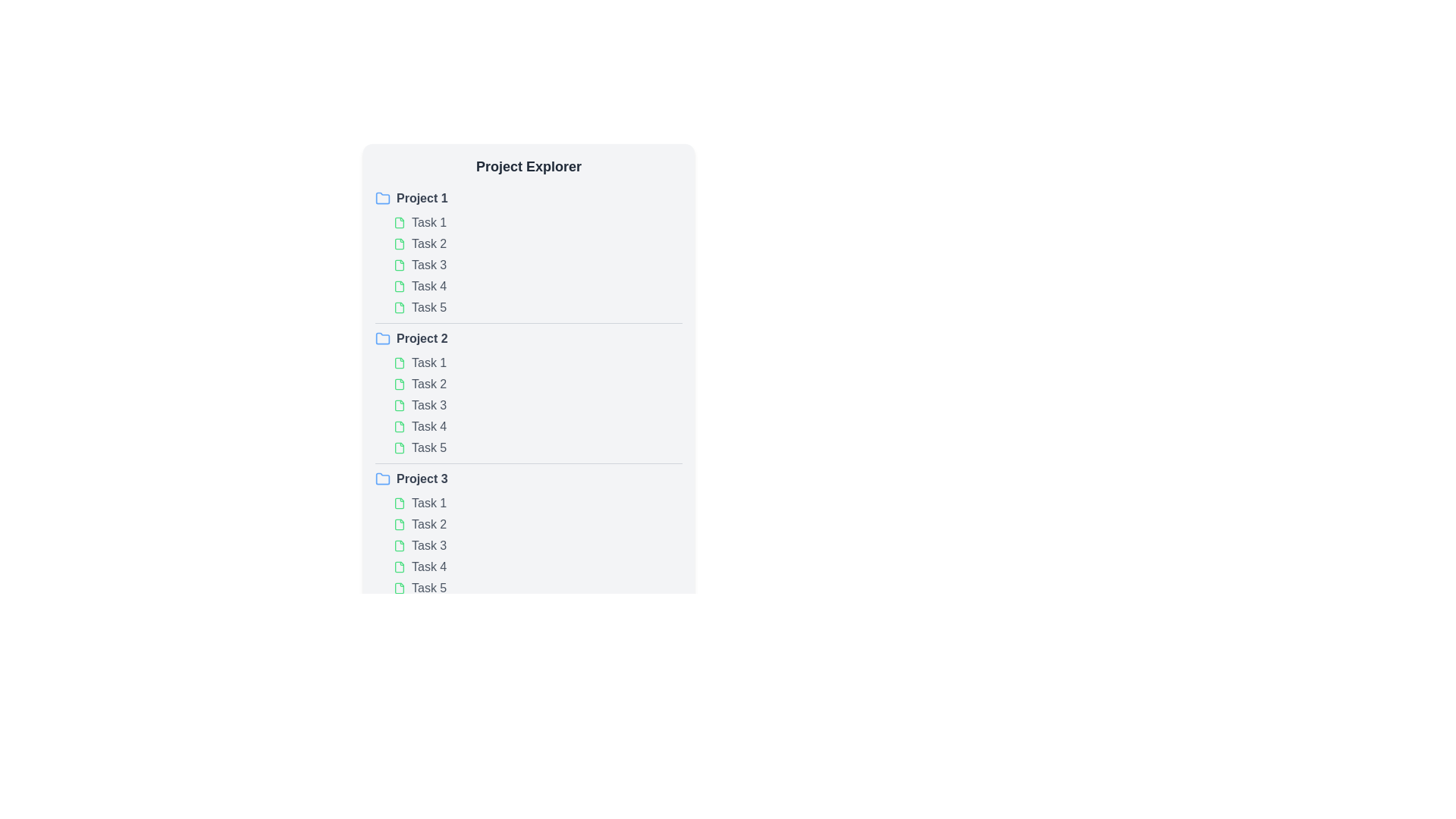 The image size is (1456, 819). What do you see at coordinates (400, 523) in the screenshot?
I see `the graphical indicator icon next to the text labeled 'Task 2' under the 'Project 3' section` at bounding box center [400, 523].